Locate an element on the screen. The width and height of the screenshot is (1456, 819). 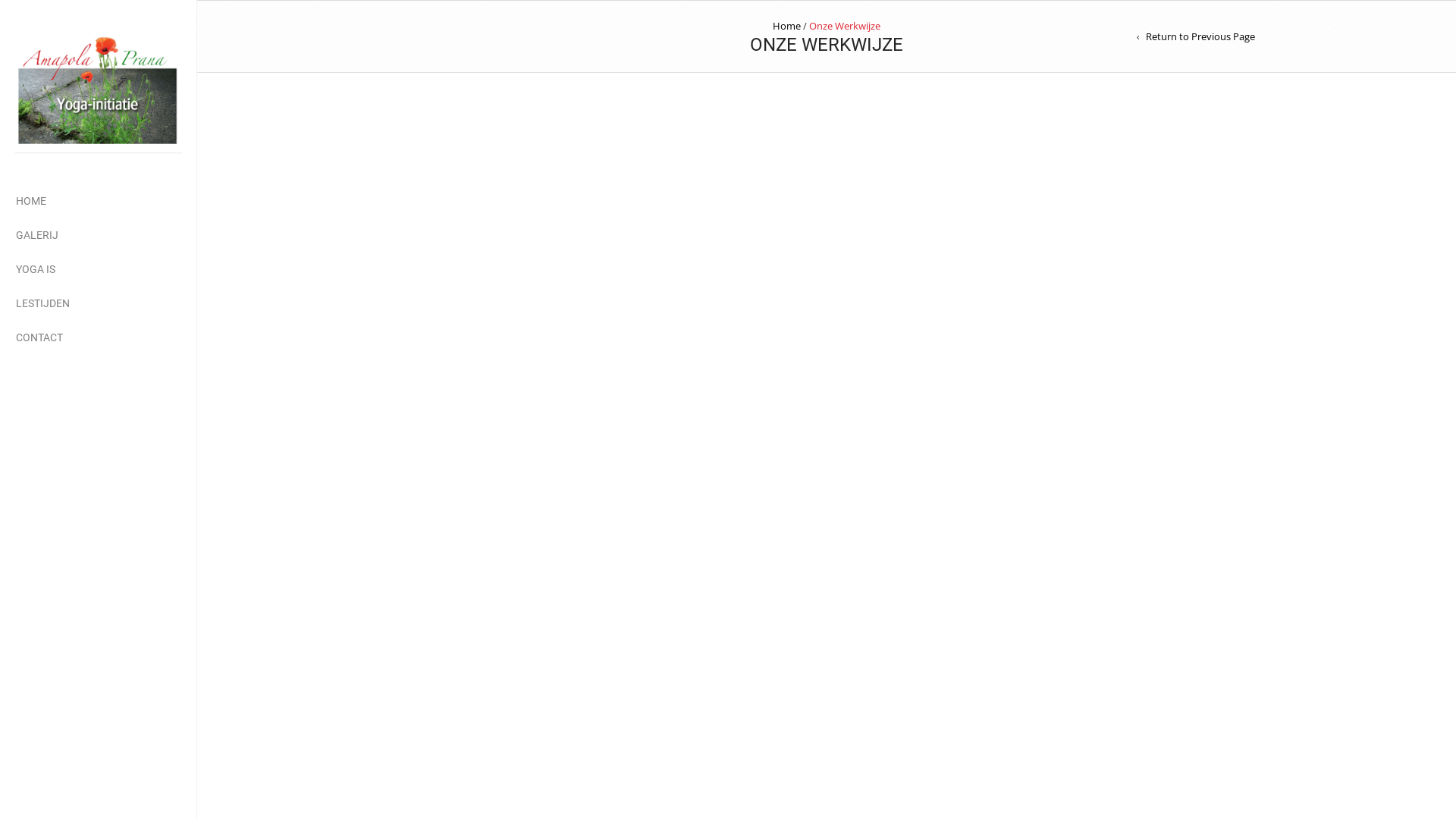
'CONTACT' is located at coordinates (39, 337).